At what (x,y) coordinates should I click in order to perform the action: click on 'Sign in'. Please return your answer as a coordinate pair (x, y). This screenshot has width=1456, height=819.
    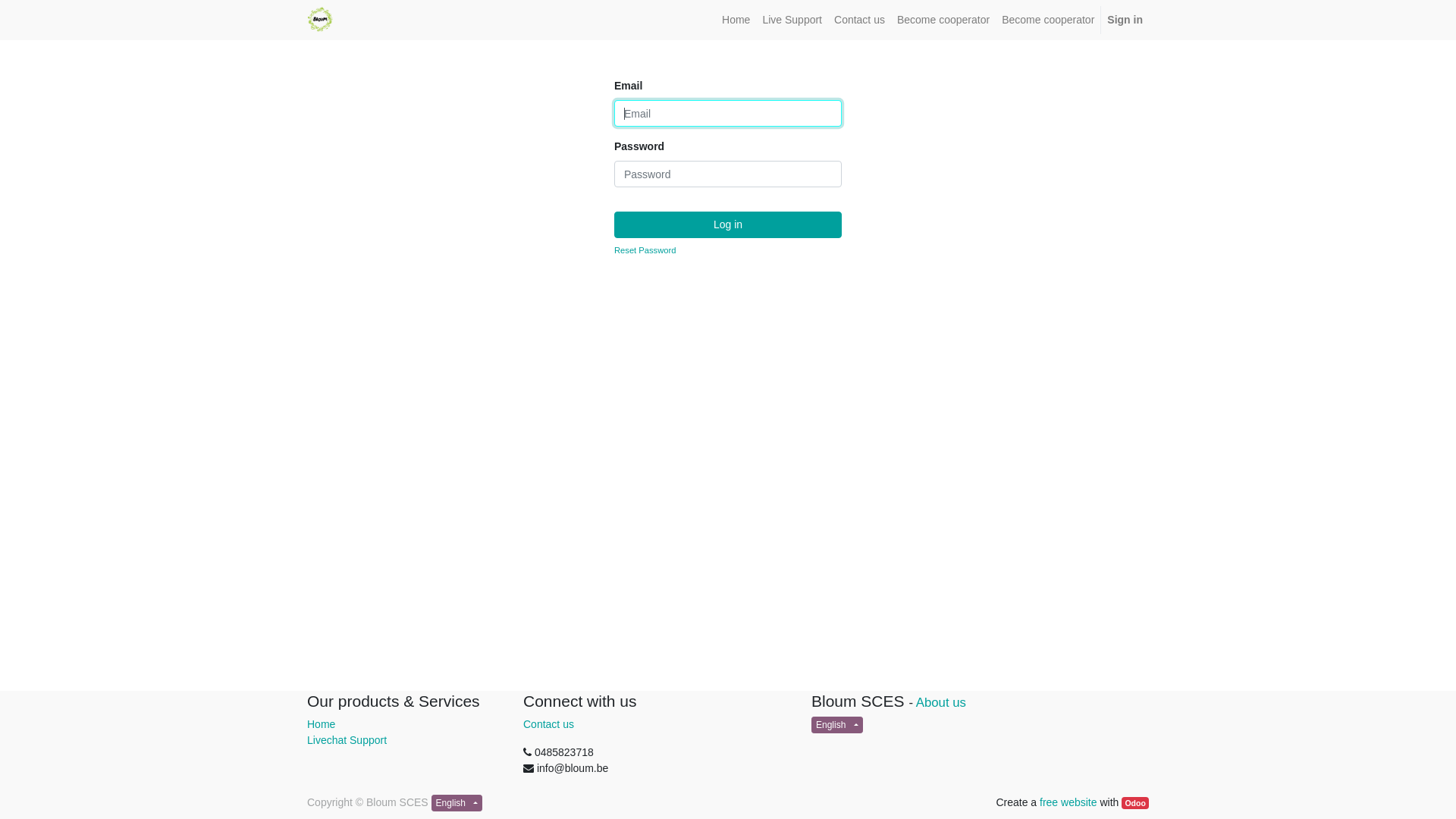
    Looking at the image, I should click on (1100, 20).